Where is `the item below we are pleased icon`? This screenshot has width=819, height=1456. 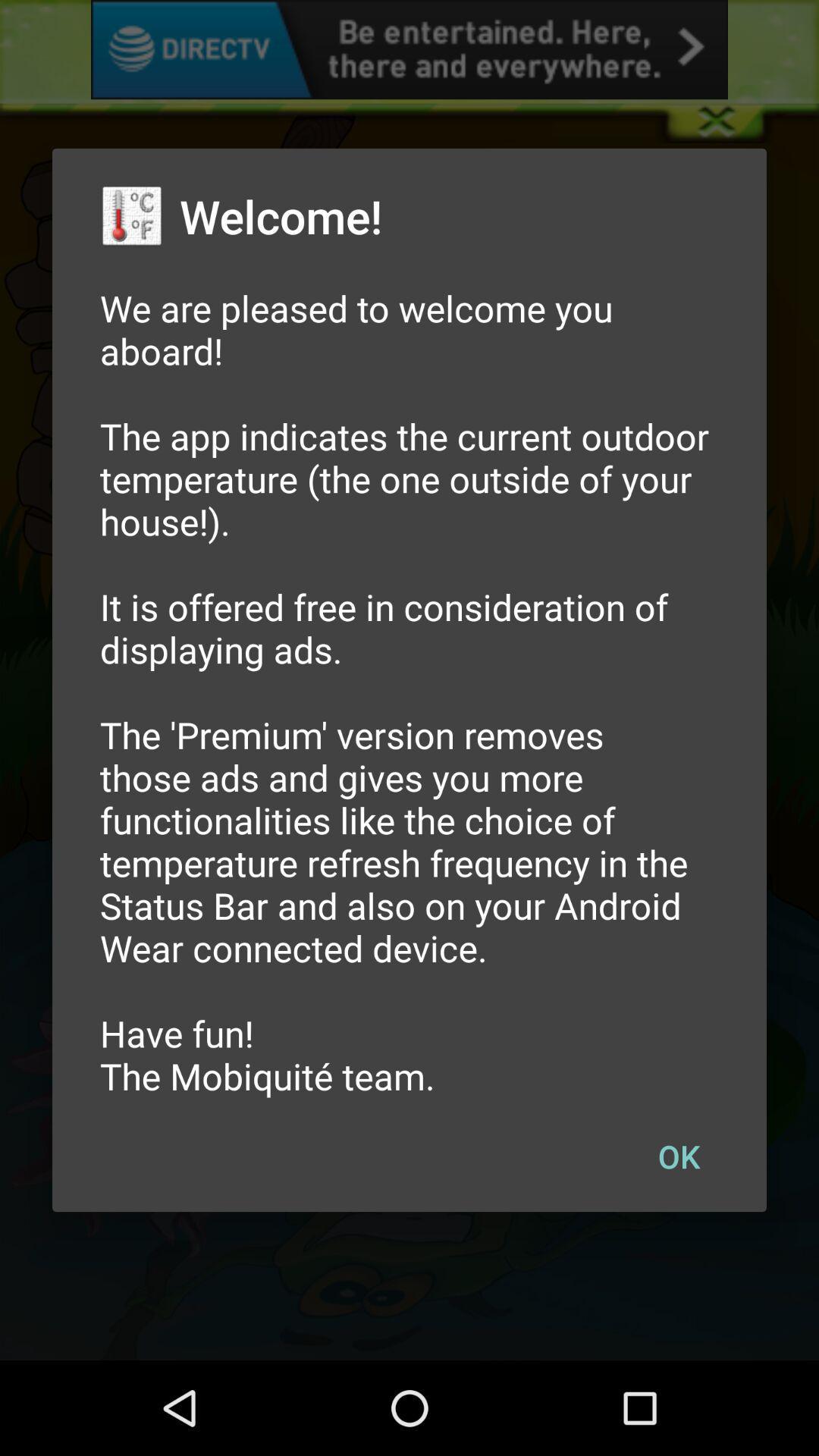
the item below we are pleased icon is located at coordinates (678, 1155).